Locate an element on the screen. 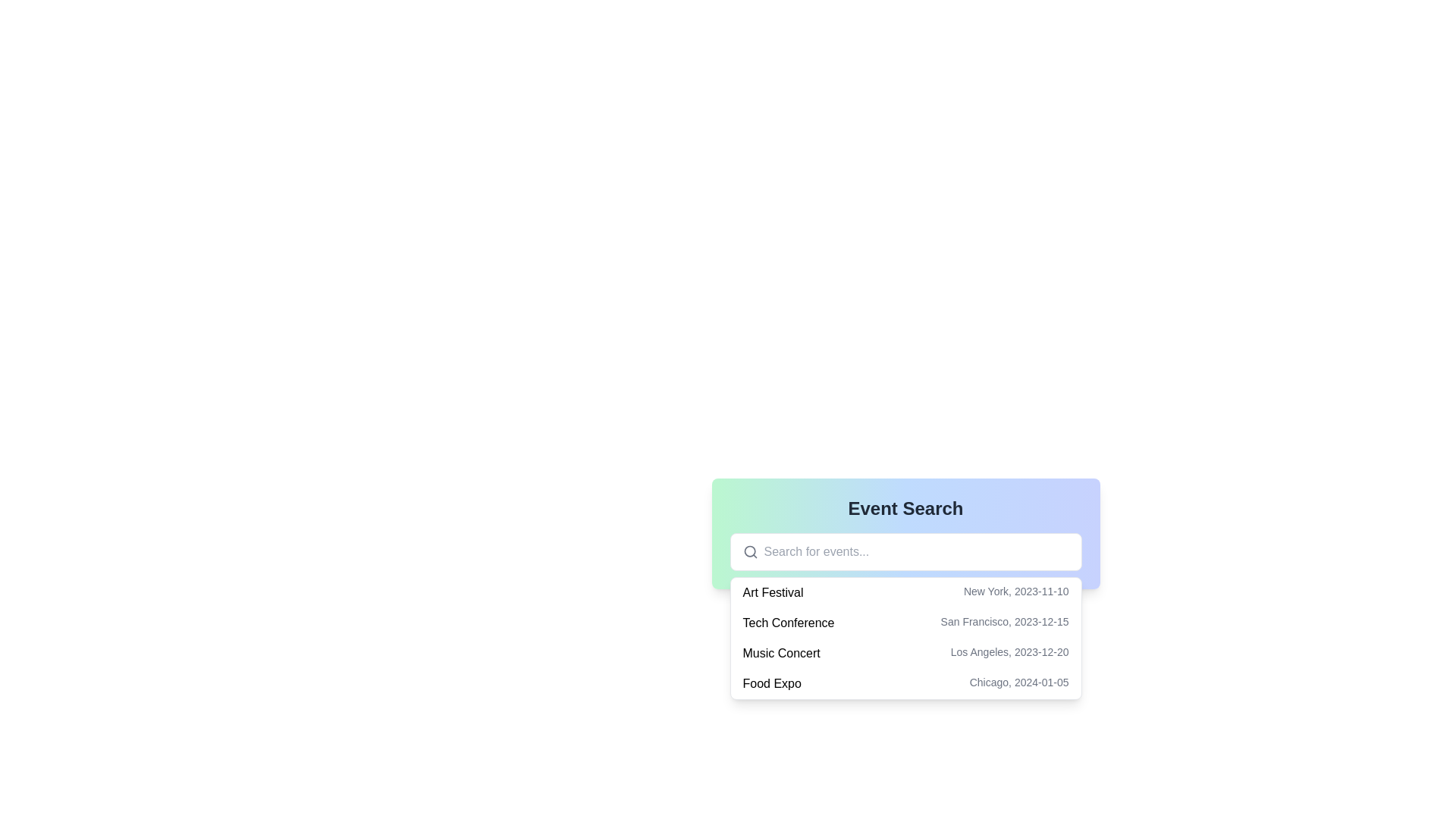 This screenshot has height=819, width=1456. the first list item labeled 'Art Festival' followed by 'New York, 2023-11-10' is located at coordinates (905, 592).